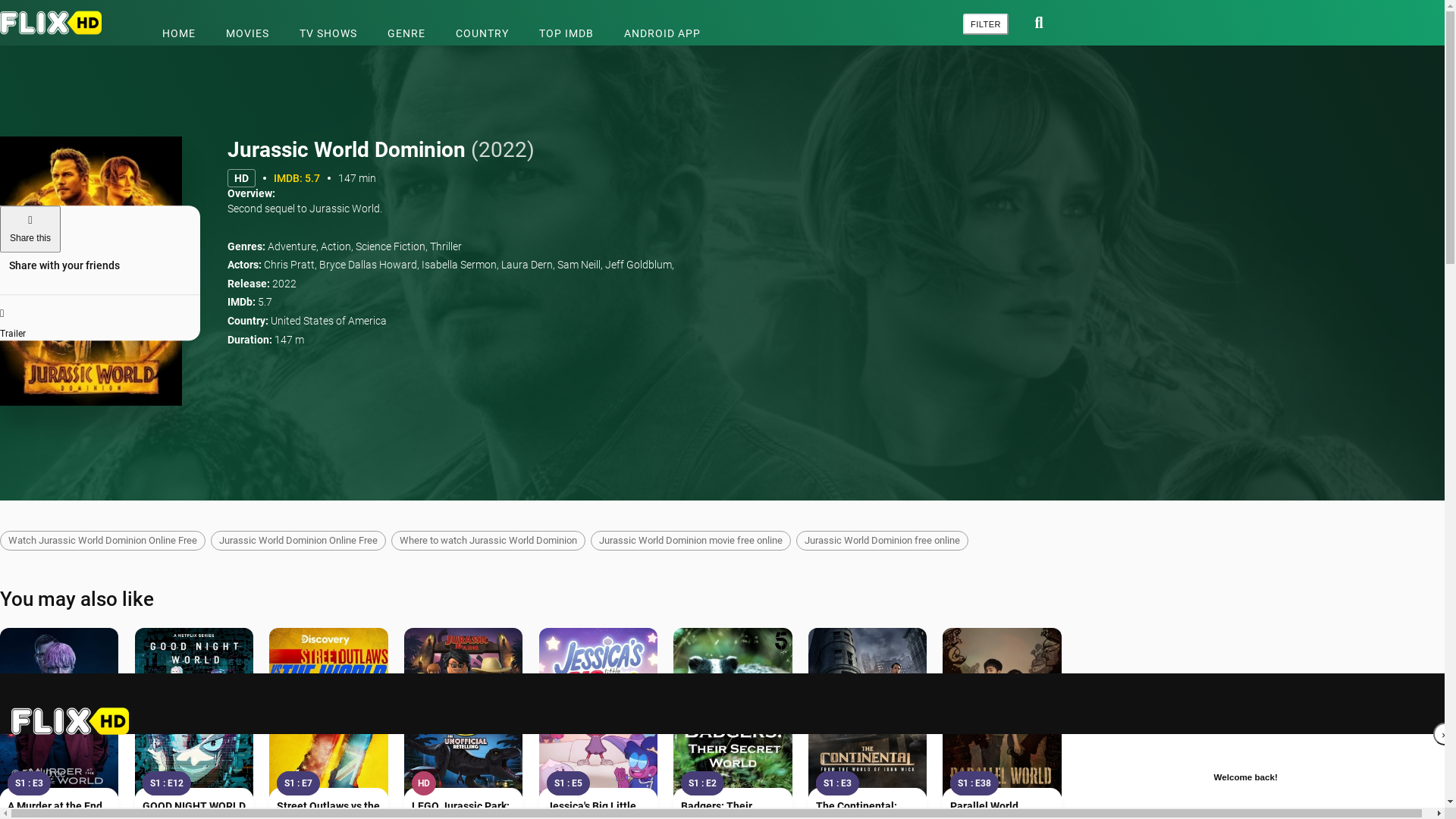 This screenshot has width=1456, height=819. I want to click on 'MOVIES', so click(210, 33).